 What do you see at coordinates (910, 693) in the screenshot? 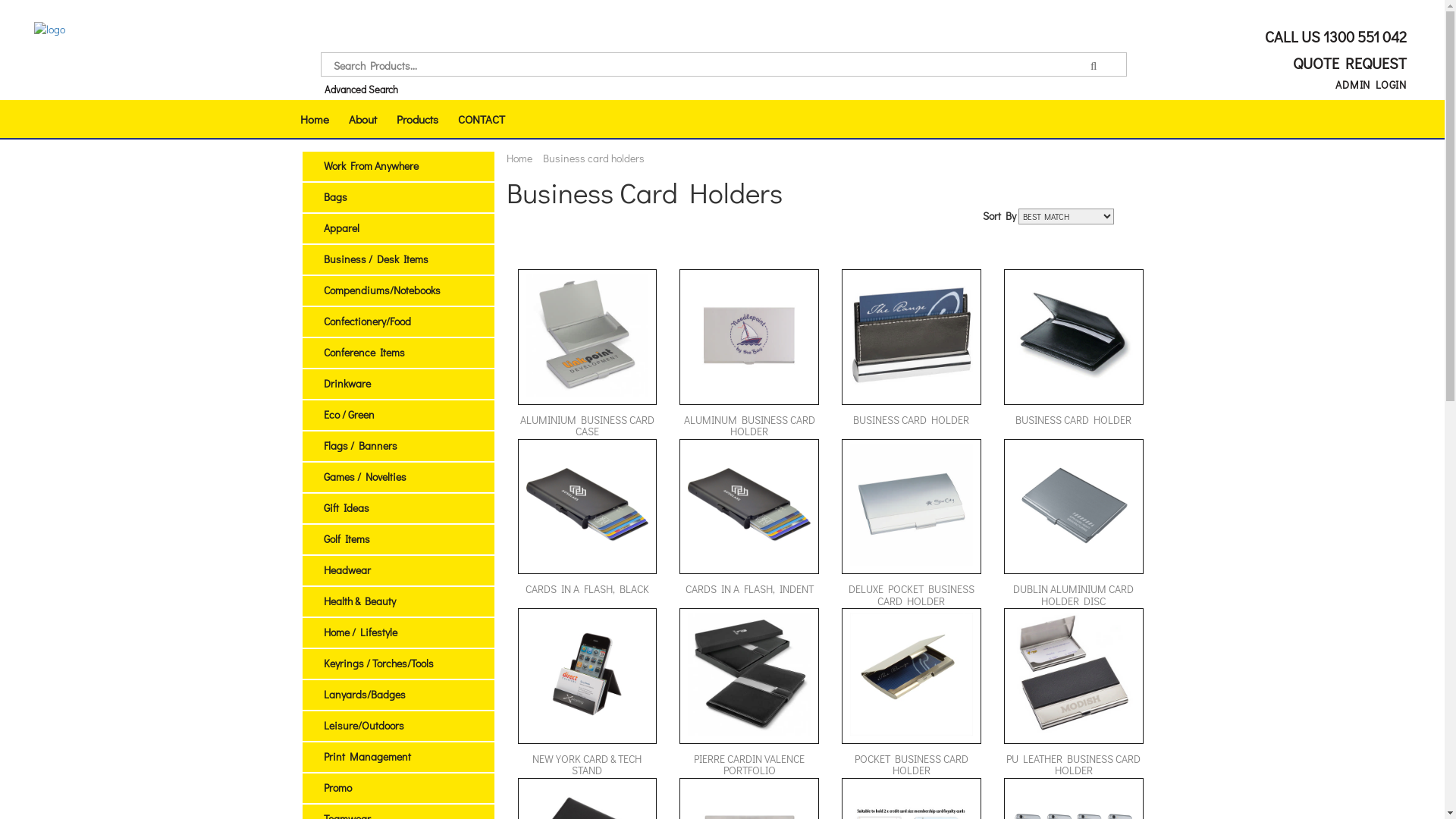
I see `'POCKET BUSINESS CARD HOLDER'` at bounding box center [910, 693].